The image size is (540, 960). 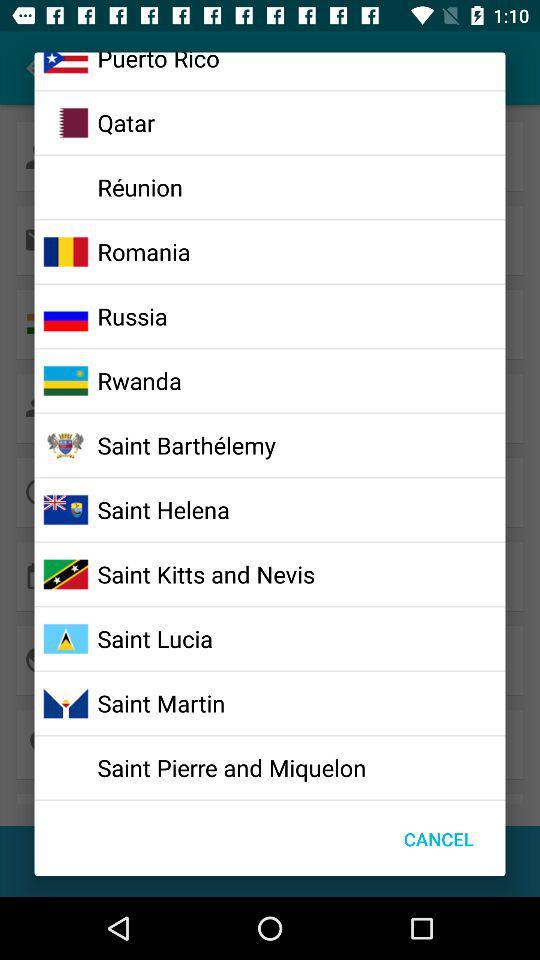 I want to click on the item below russia icon, so click(x=138, y=379).